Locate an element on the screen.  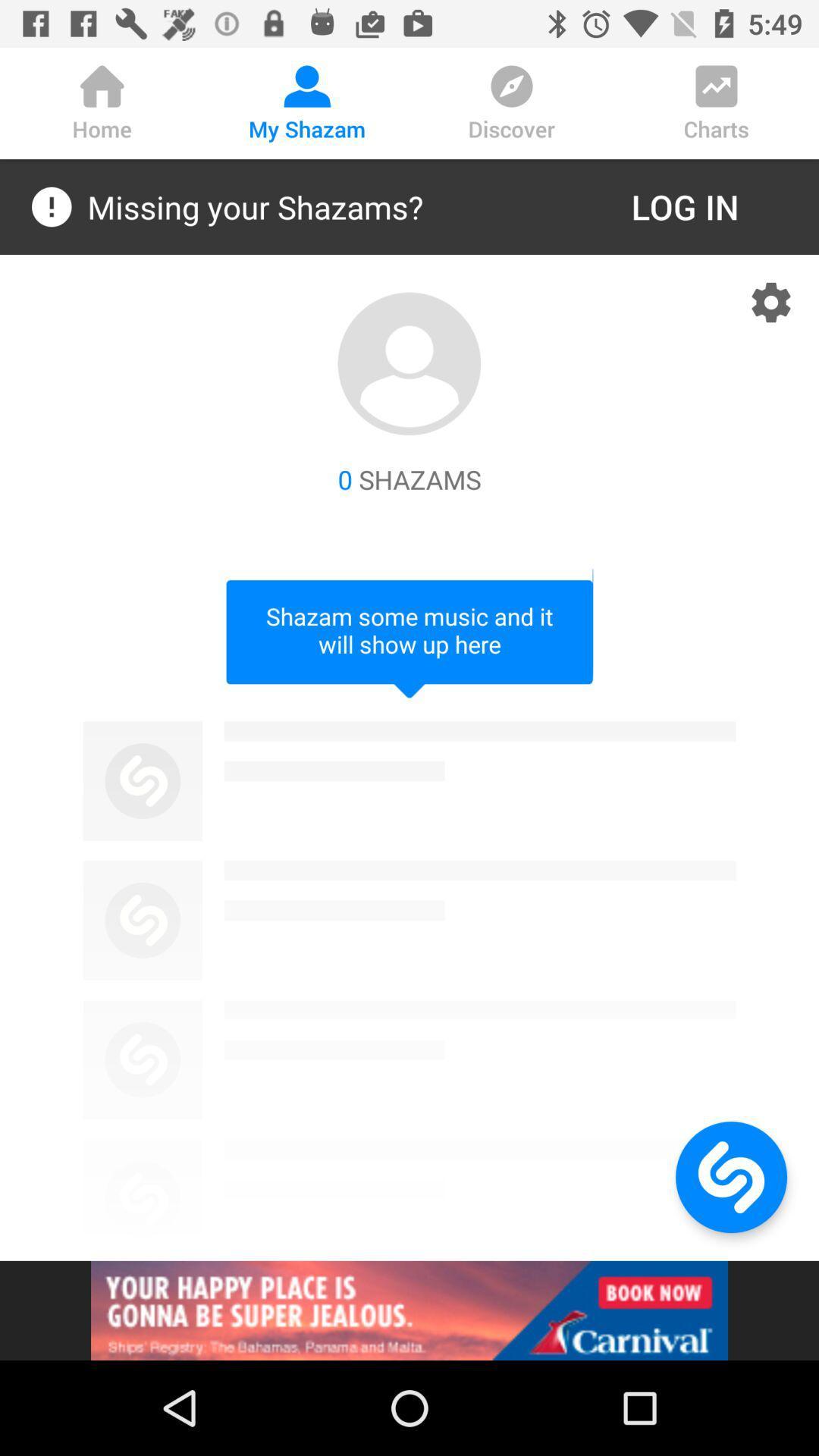
settings is located at coordinates (771, 302).